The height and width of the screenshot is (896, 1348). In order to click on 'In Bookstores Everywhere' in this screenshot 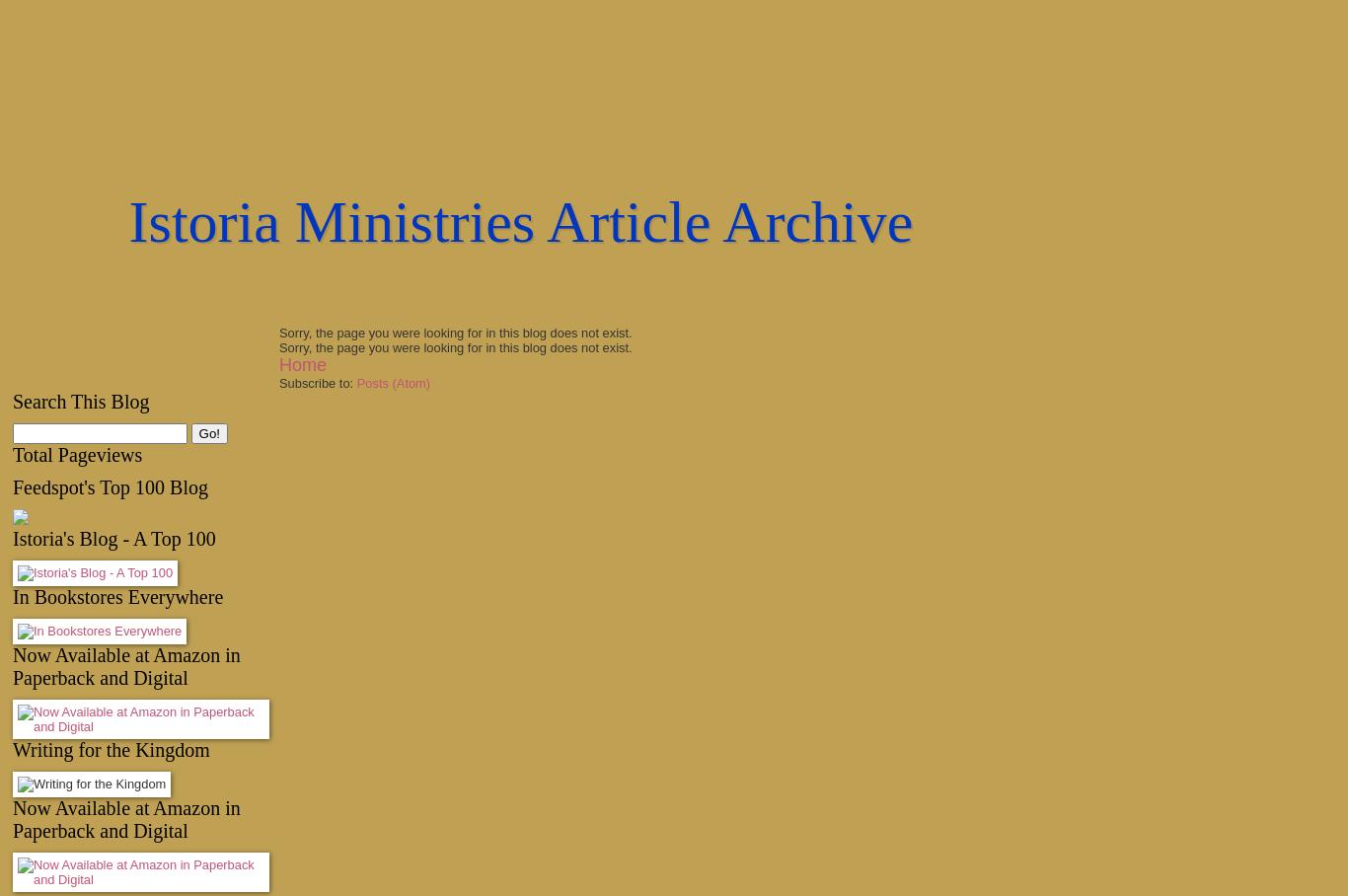, I will do `click(116, 597)`.